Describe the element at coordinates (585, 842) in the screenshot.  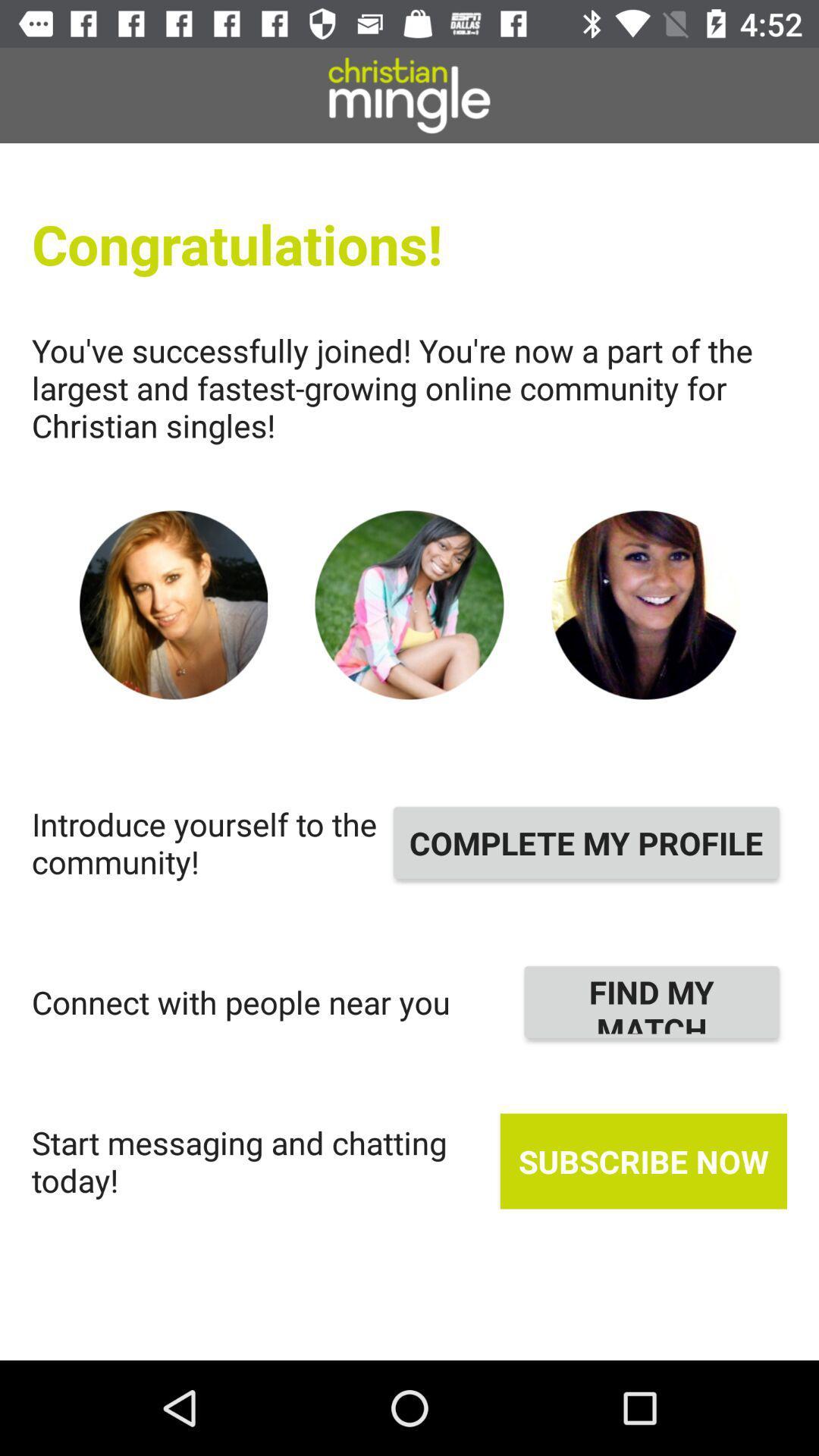
I see `complete my profile` at that location.